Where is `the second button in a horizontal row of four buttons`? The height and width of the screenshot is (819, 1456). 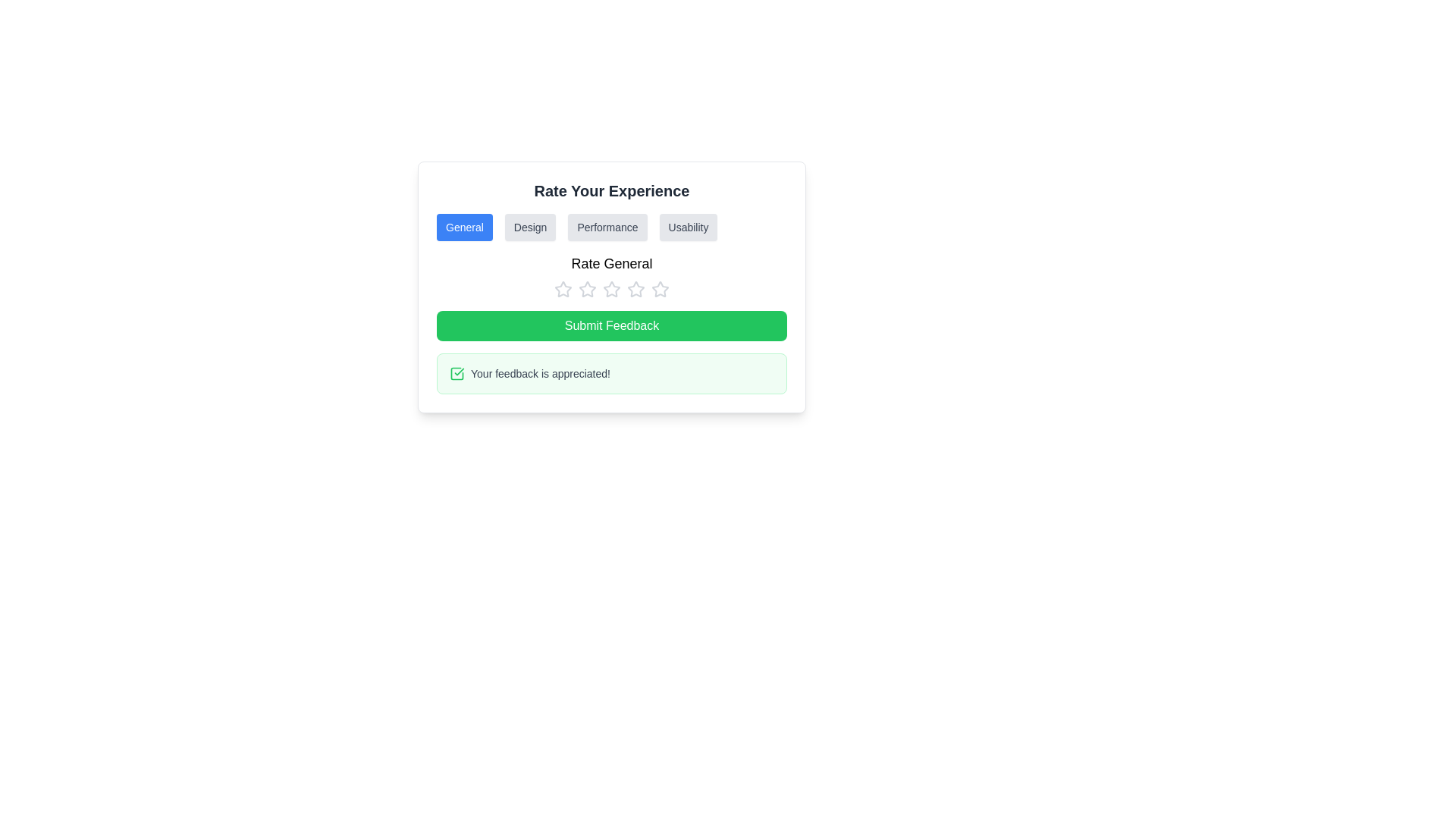
the second button in a horizontal row of four buttons is located at coordinates (530, 227).